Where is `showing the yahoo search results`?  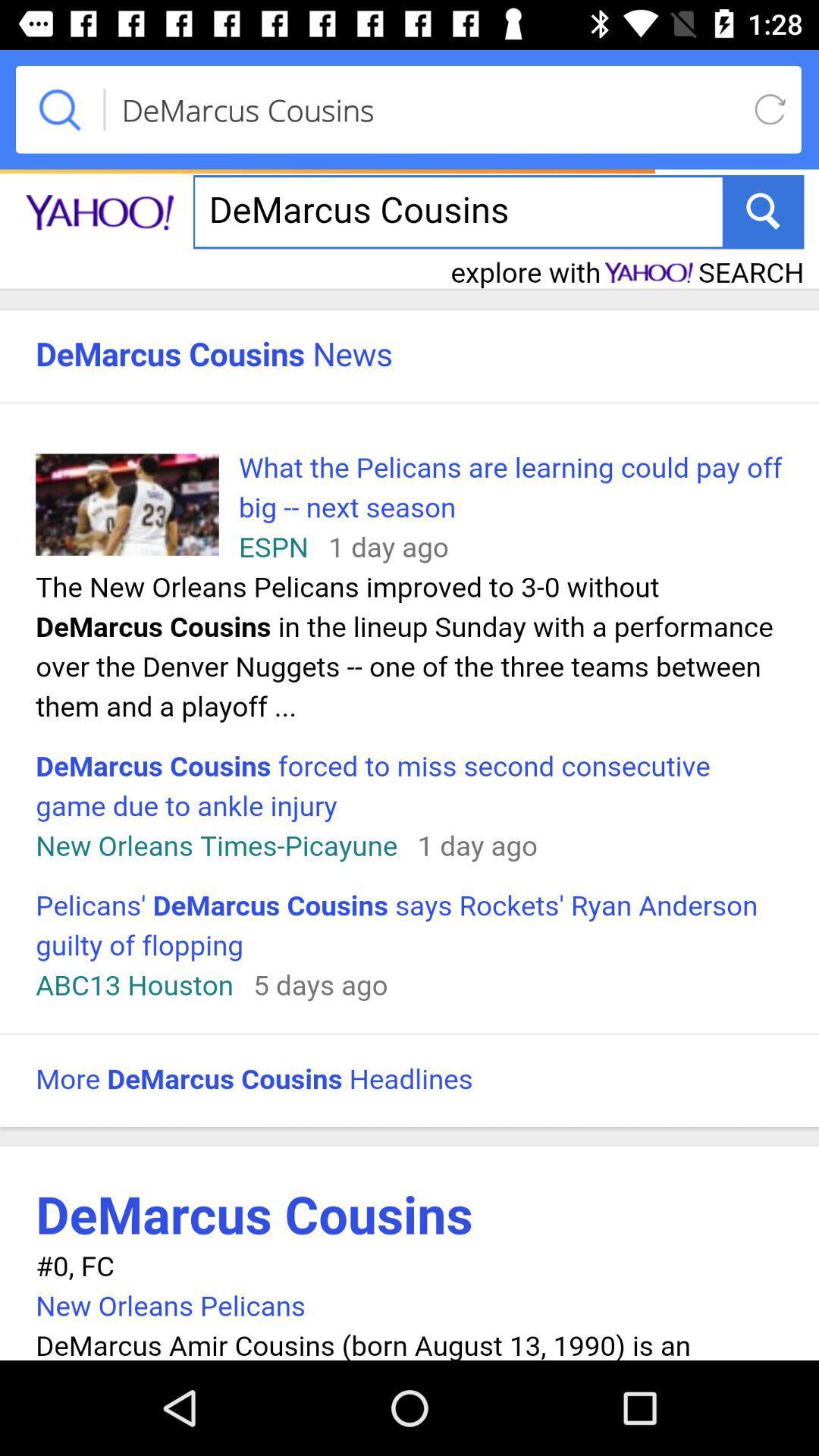
showing the yahoo search results is located at coordinates (409, 761).